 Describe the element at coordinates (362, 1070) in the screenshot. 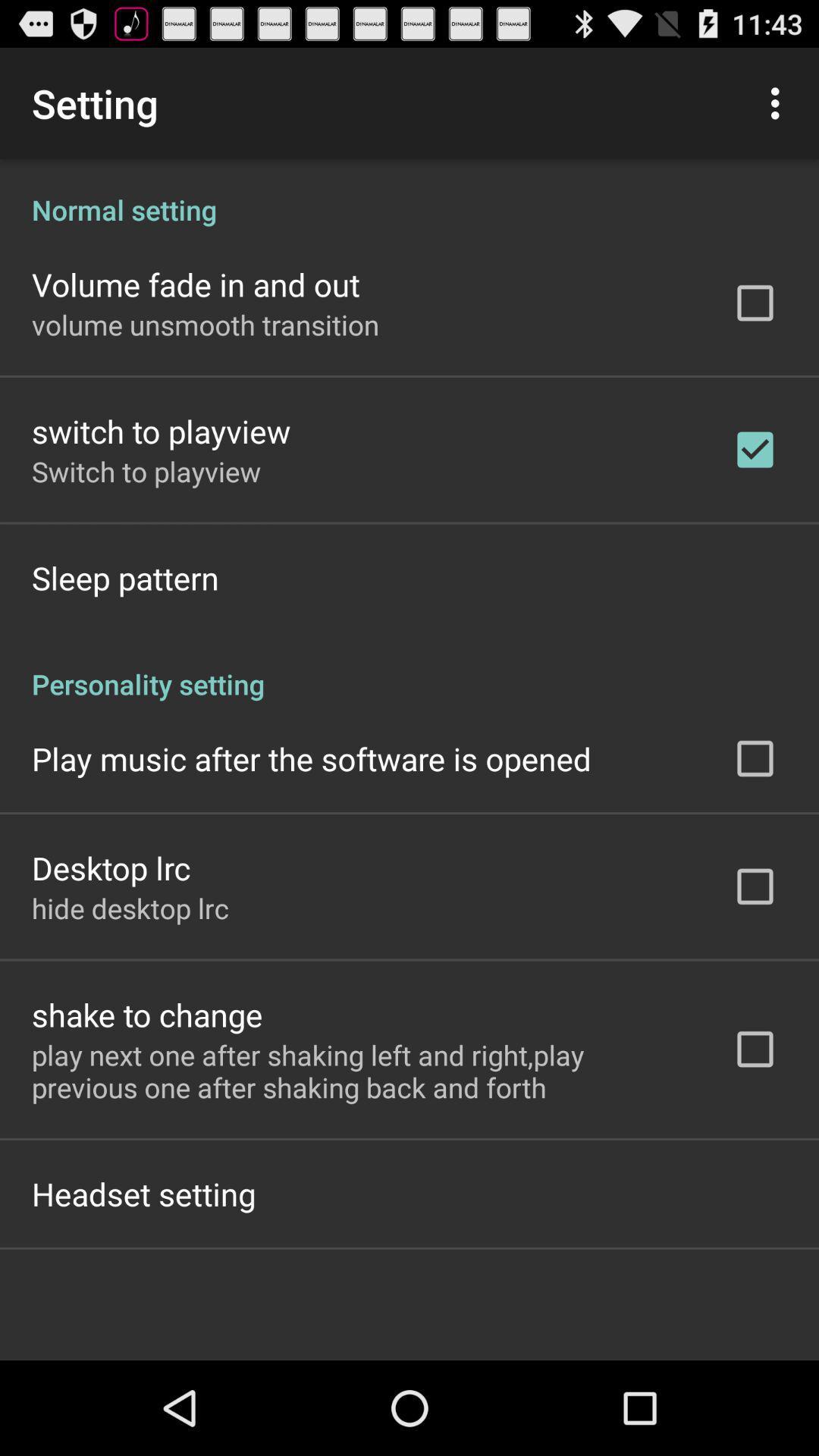

I see `icon at the bottom` at that location.